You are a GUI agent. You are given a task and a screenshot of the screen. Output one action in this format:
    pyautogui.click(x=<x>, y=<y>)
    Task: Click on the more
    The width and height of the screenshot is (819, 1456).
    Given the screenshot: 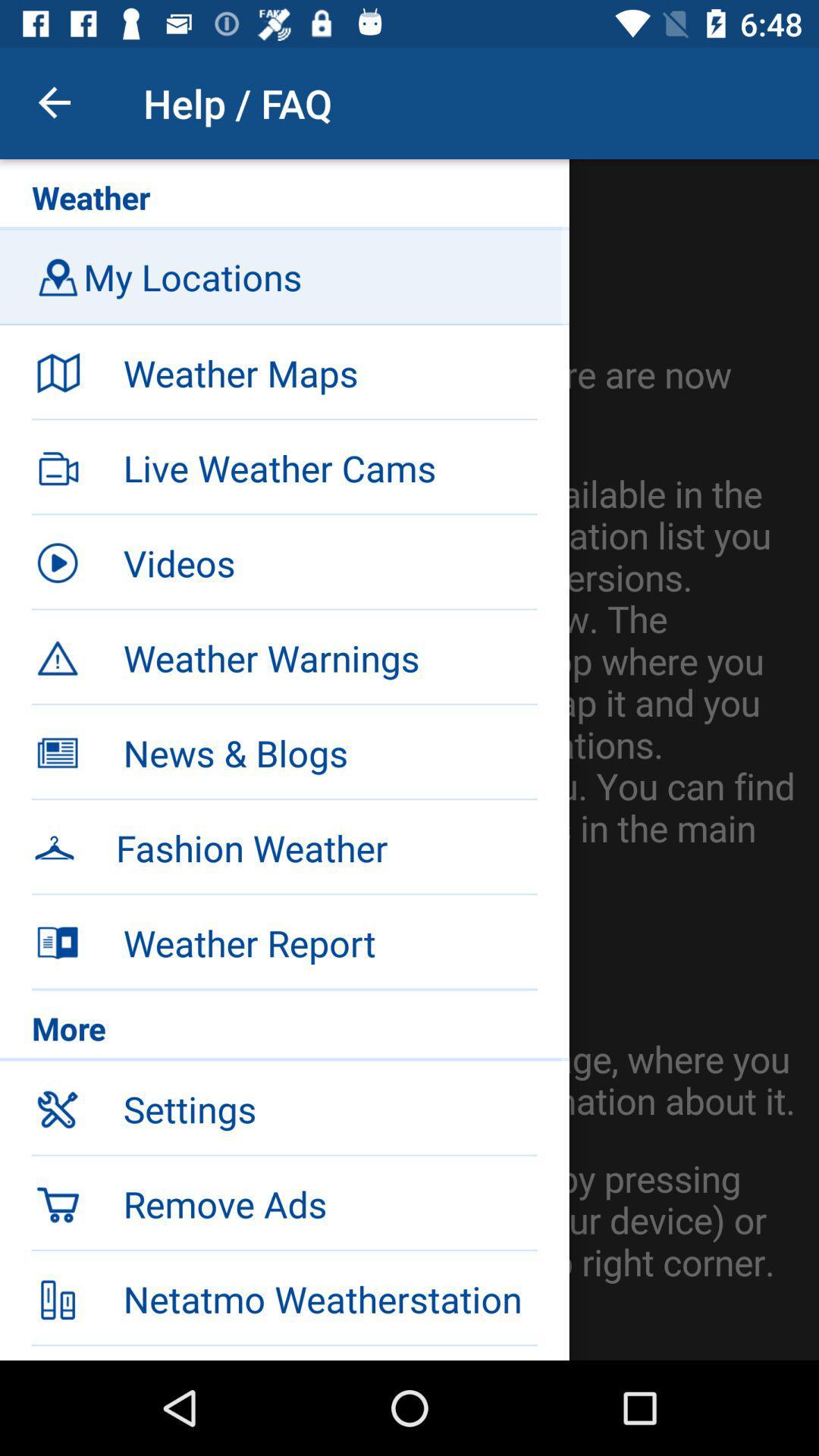 What is the action you would take?
    pyautogui.click(x=284, y=1031)
    